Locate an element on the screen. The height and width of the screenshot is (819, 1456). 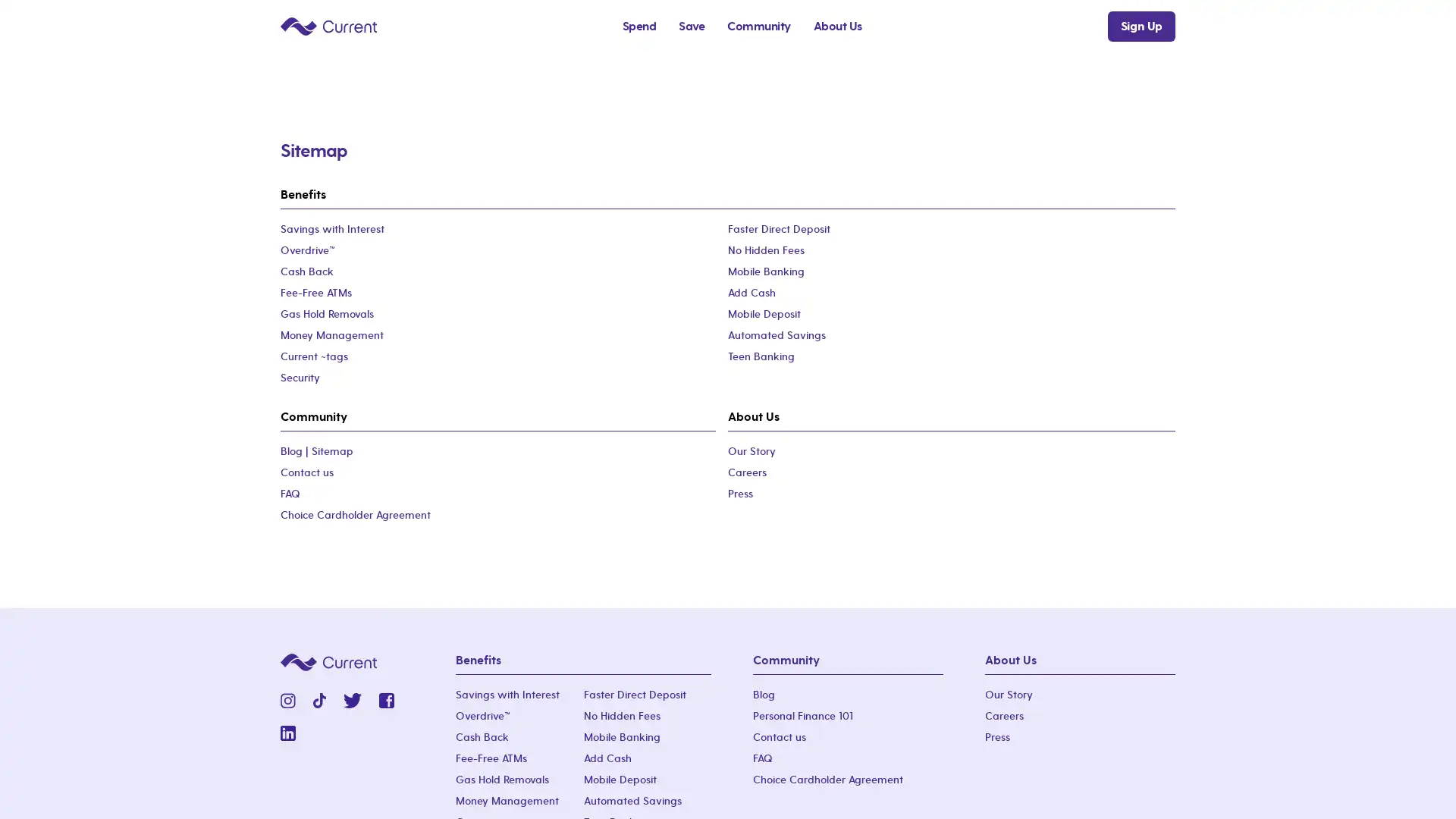
OverdriveTM is located at coordinates (482, 717).